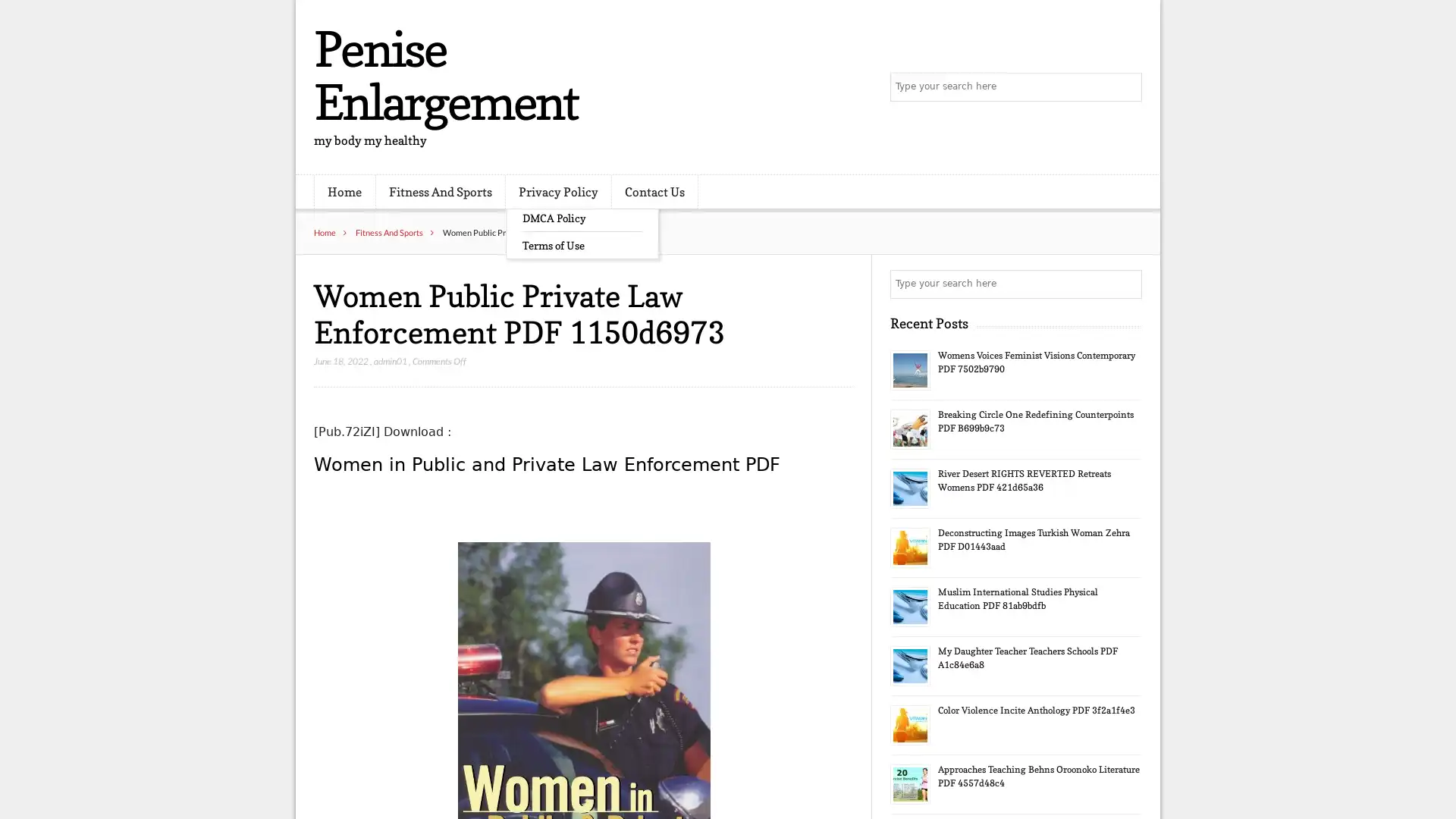 The height and width of the screenshot is (819, 1456). What do you see at coordinates (1126, 284) in the screenshot?
I see `Search` at bounding box center [1126, 284].